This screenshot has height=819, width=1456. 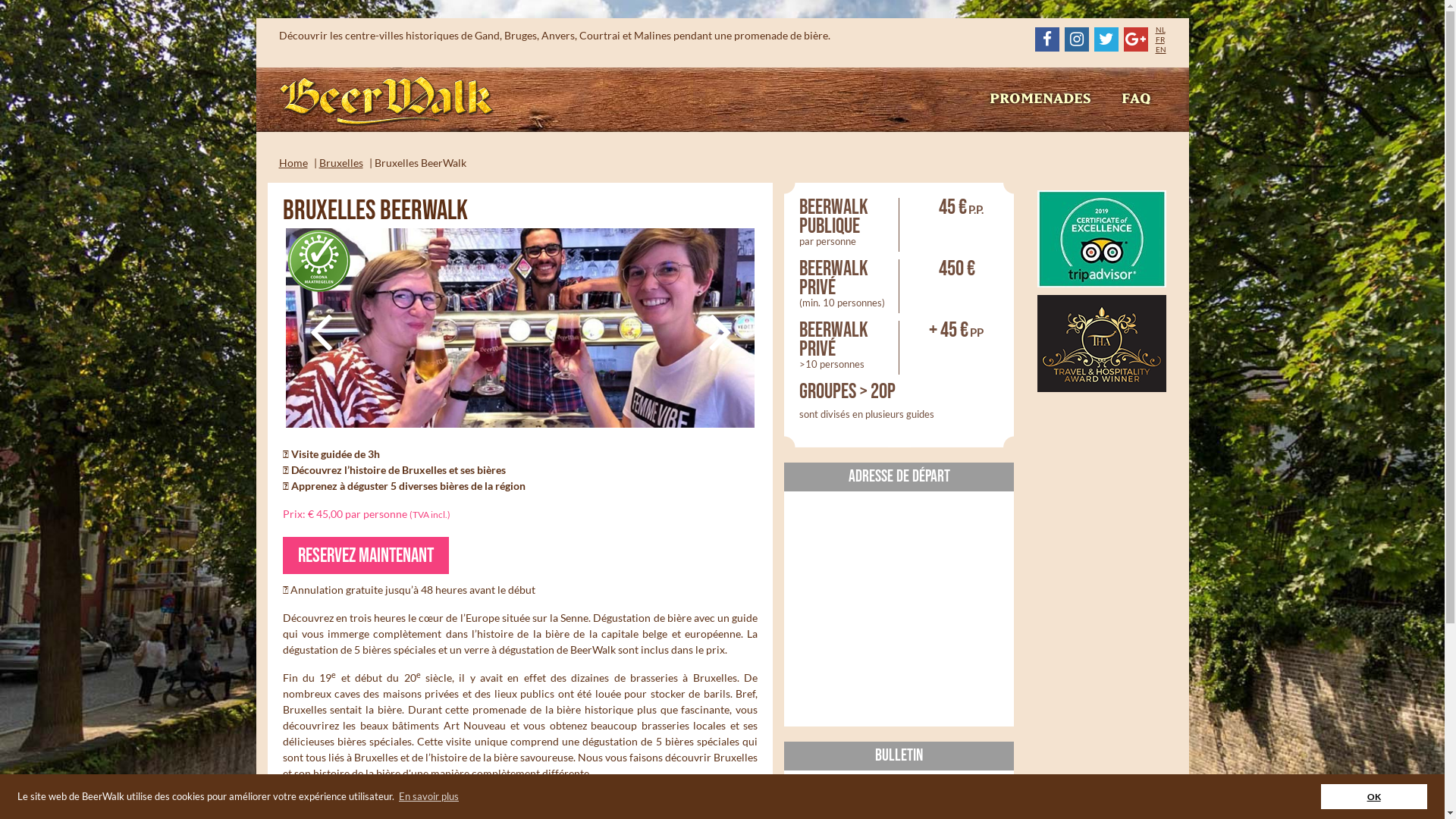 I want to click on 'BeerWalk Facebook', so click(x=1046, y=38).